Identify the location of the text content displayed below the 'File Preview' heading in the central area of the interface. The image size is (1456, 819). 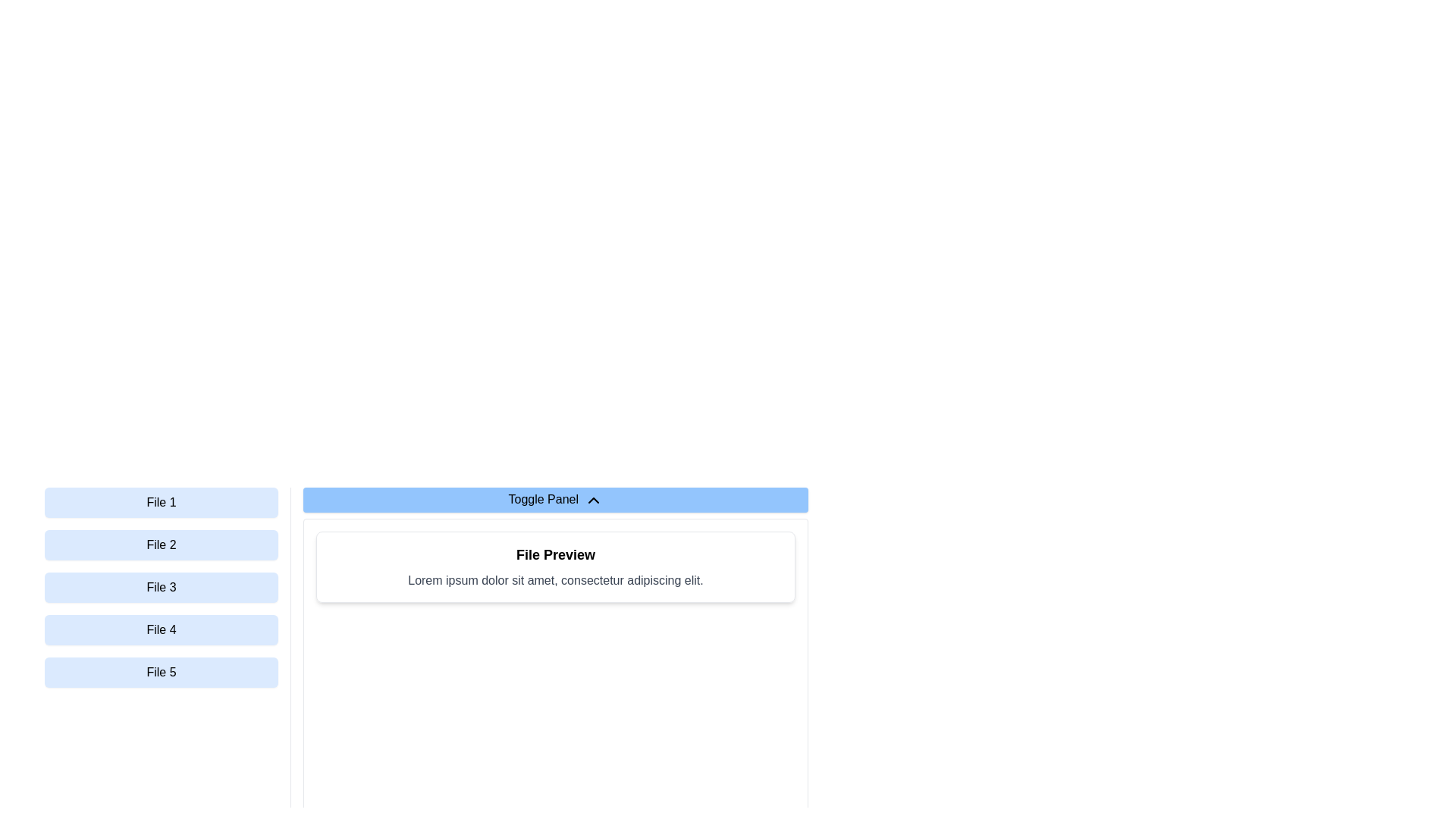
(555, 579).